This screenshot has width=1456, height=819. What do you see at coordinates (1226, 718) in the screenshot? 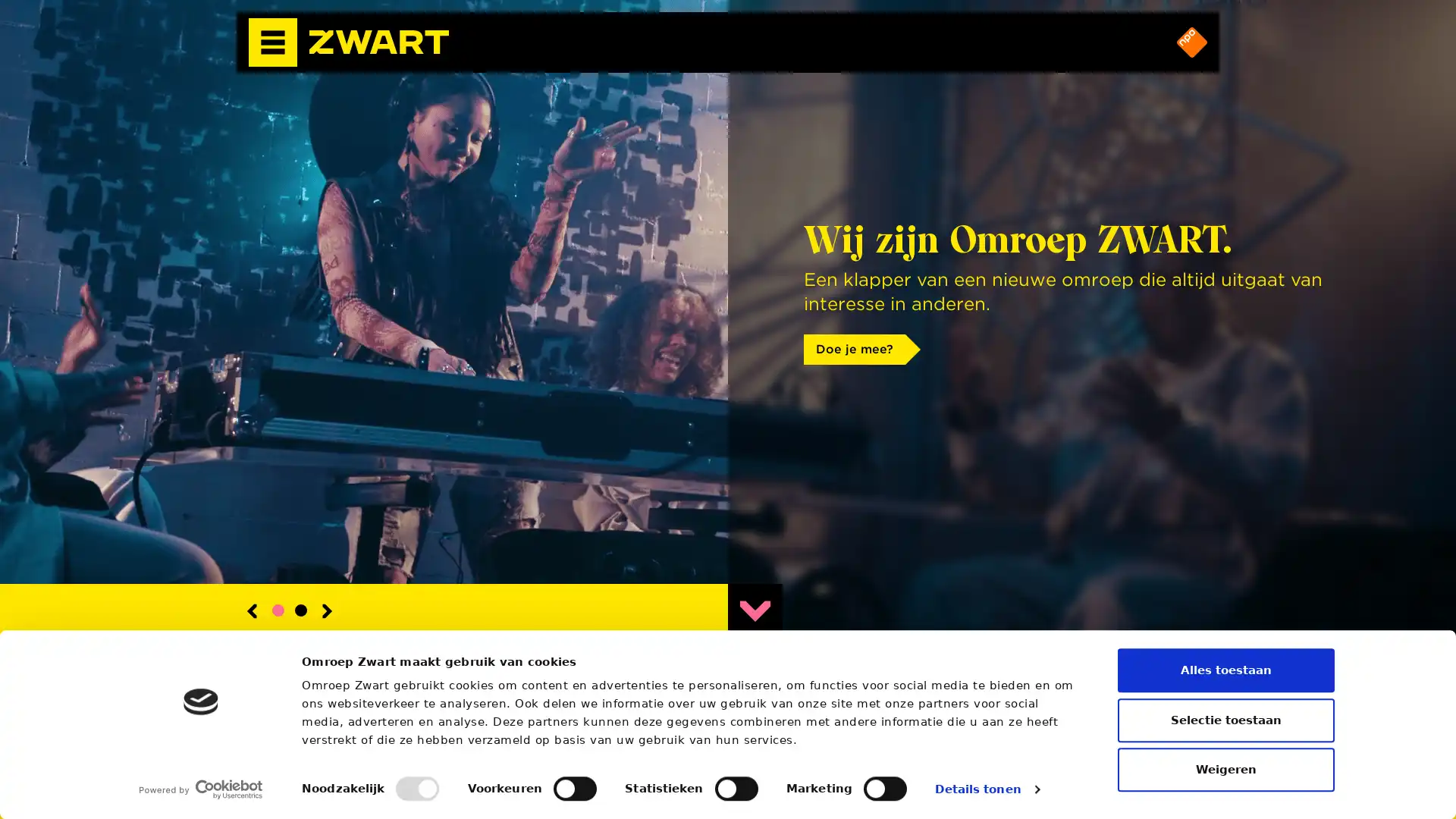
I see `Selectie toestaan` at bounding box center [1226, 718].